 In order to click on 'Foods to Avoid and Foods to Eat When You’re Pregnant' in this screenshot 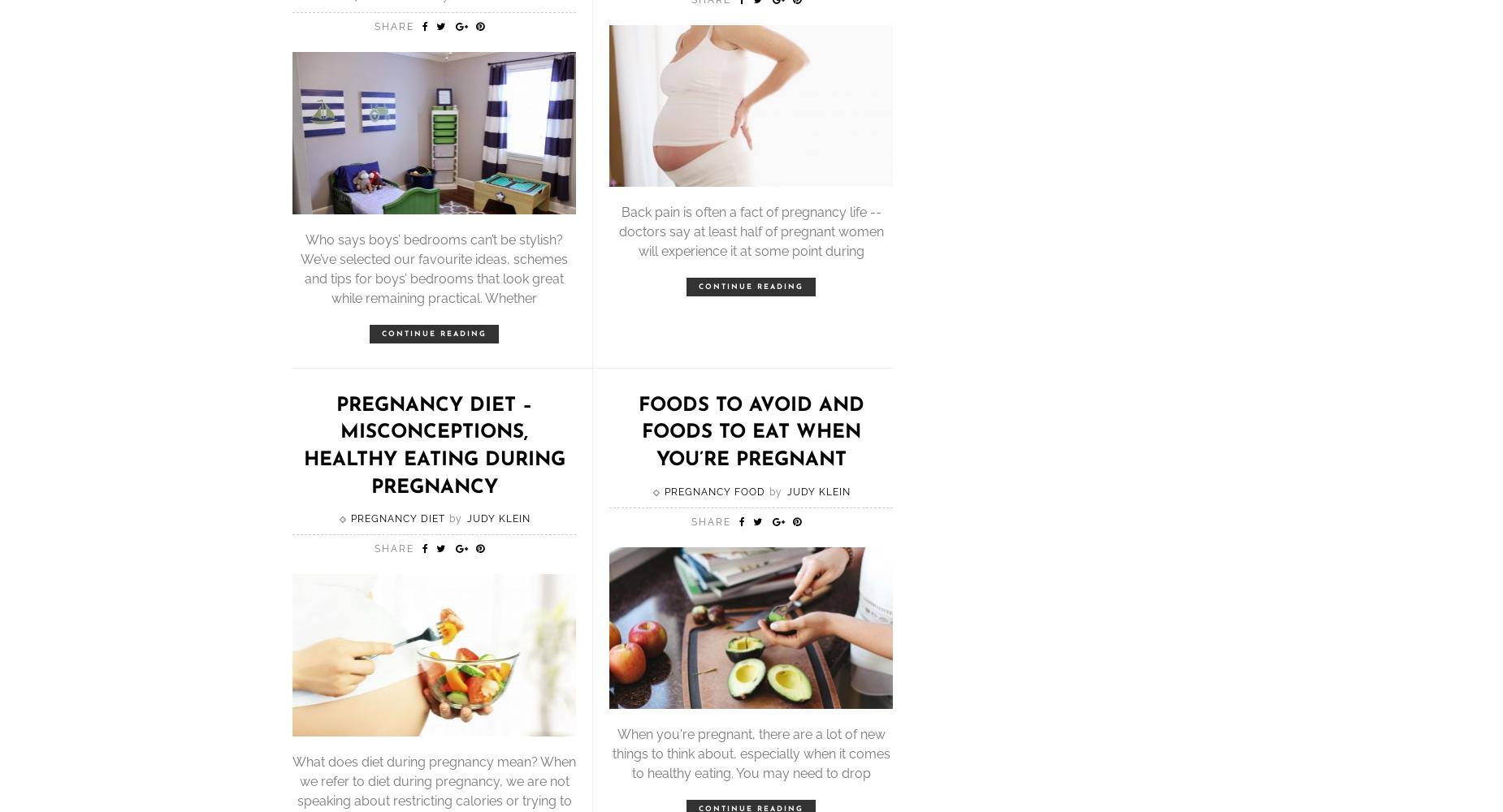, I will do `click(751, 432)`.